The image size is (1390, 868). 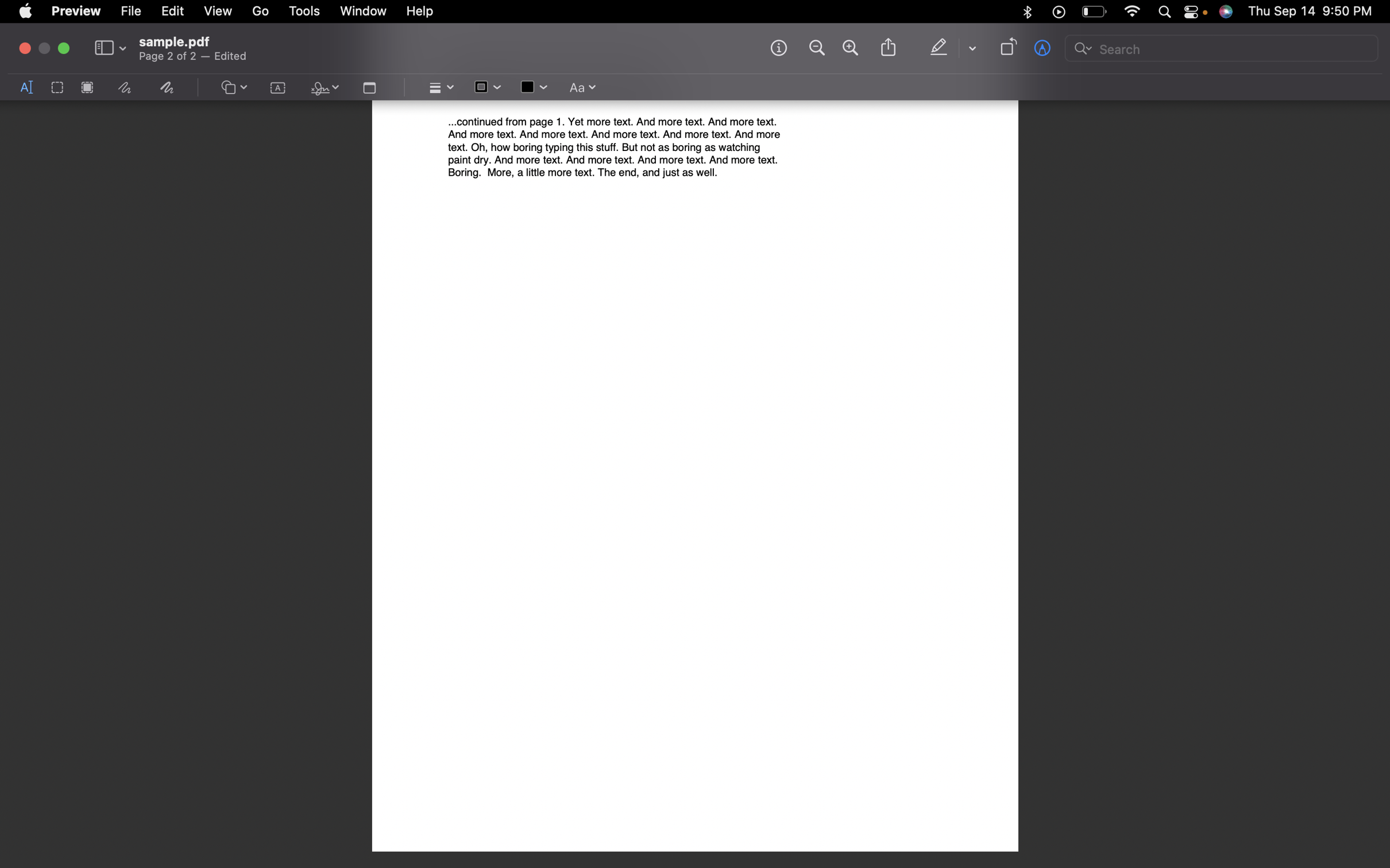 What do you see at coordinates (87, 88) in the screenshot?
I see `Redact the selected text` at bounding box center [87, 88].